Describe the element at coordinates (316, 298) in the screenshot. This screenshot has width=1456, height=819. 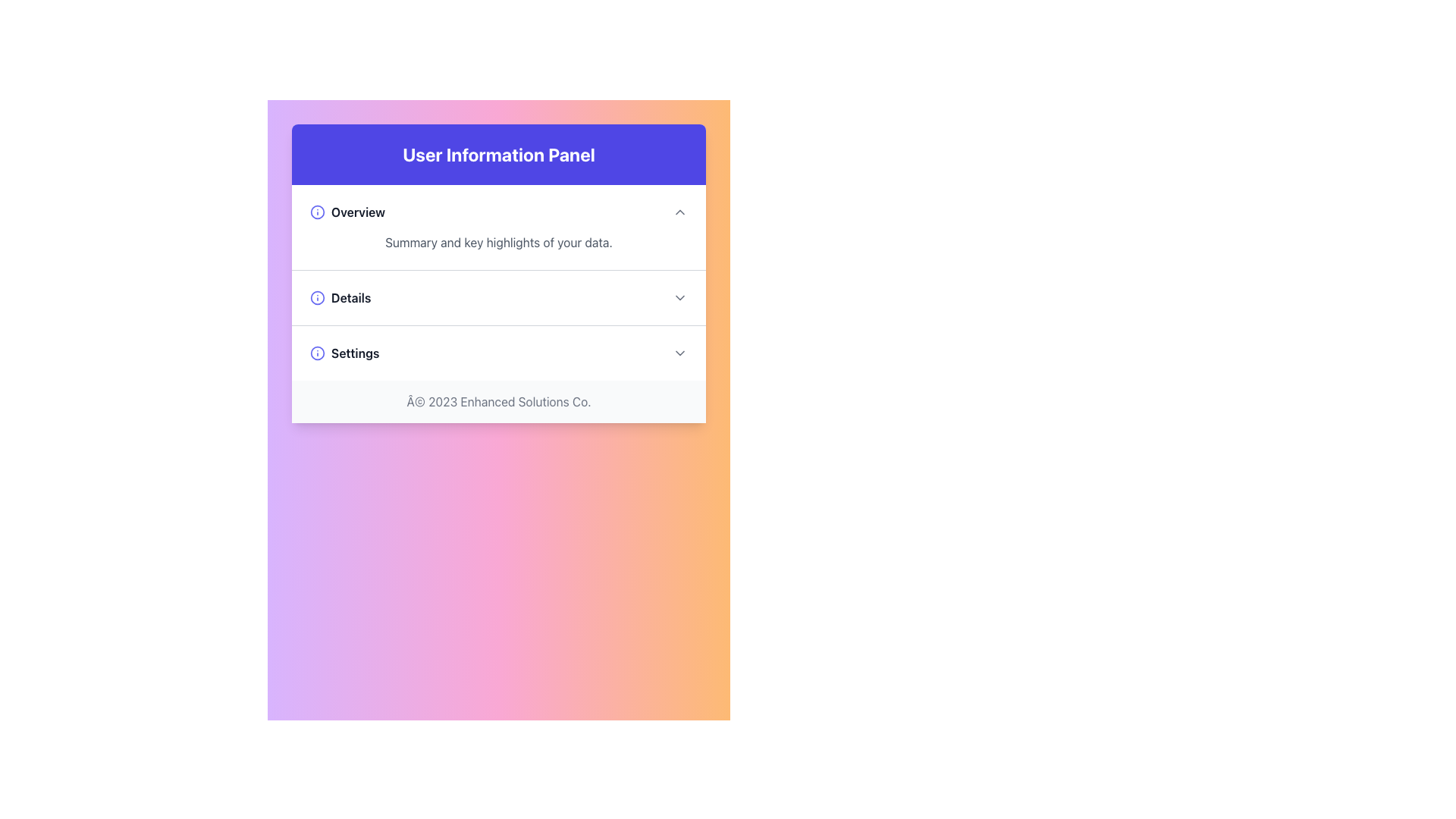
I see `the informational icon located to the immediate left of the 'Details' text in the vertical list of items` at that location.